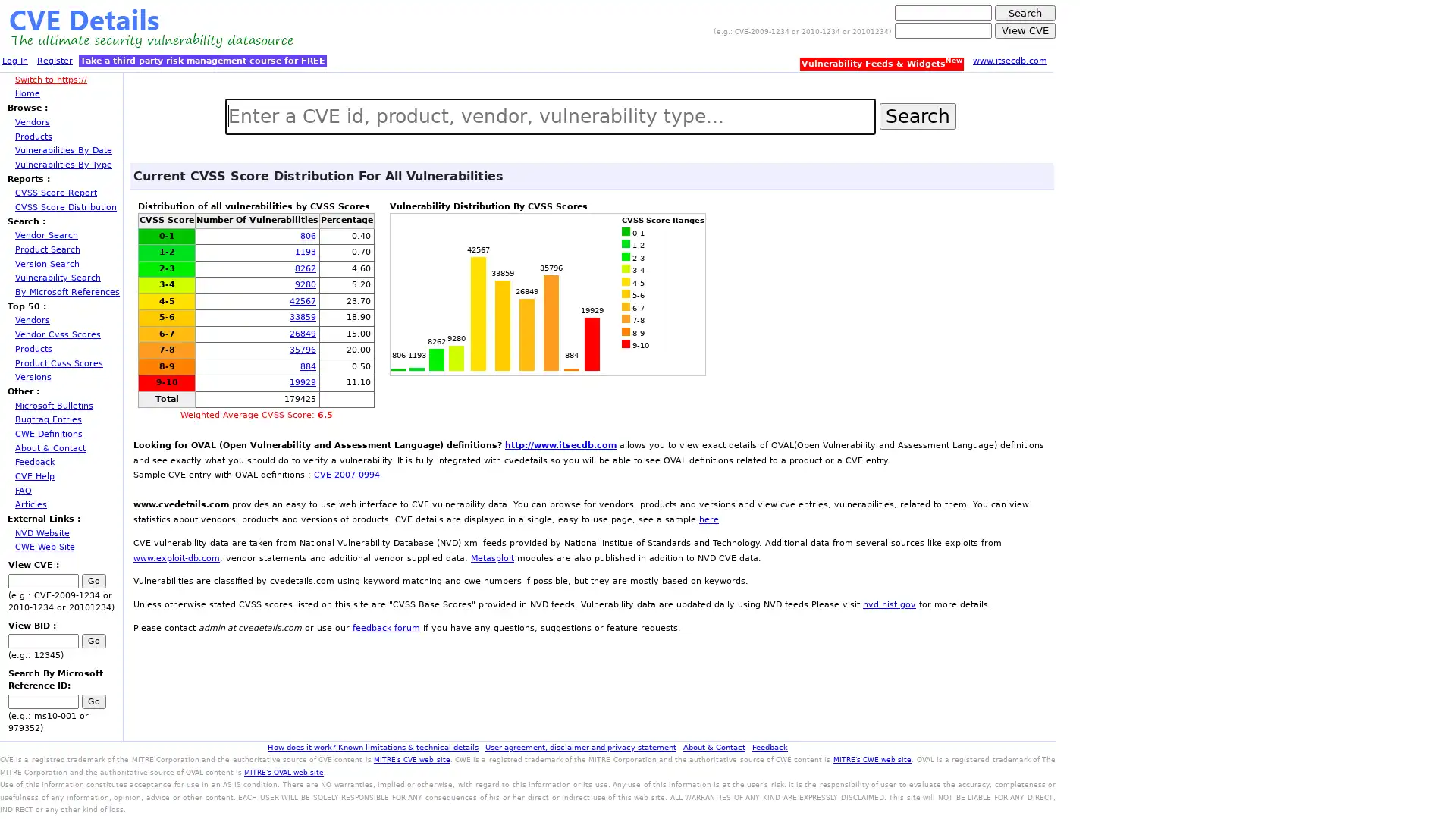 The width and height of the screenshot is (1456, 819). Describe the element at coordinates (93, 580) in the screenshot. I see `Go` at that location.